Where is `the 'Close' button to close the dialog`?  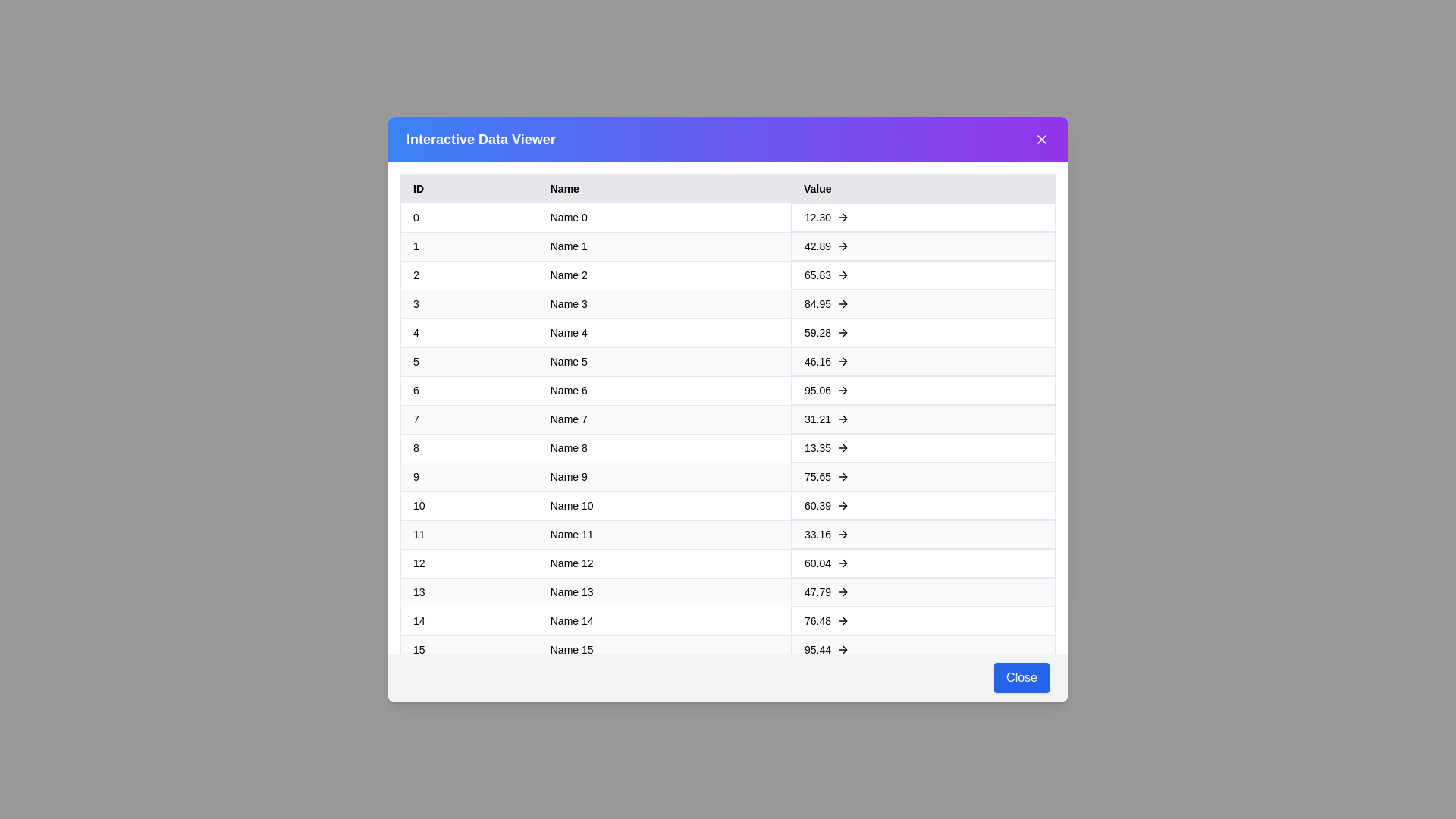 the 'Close' button to close the dialog is located at coordinates (1021, 677).